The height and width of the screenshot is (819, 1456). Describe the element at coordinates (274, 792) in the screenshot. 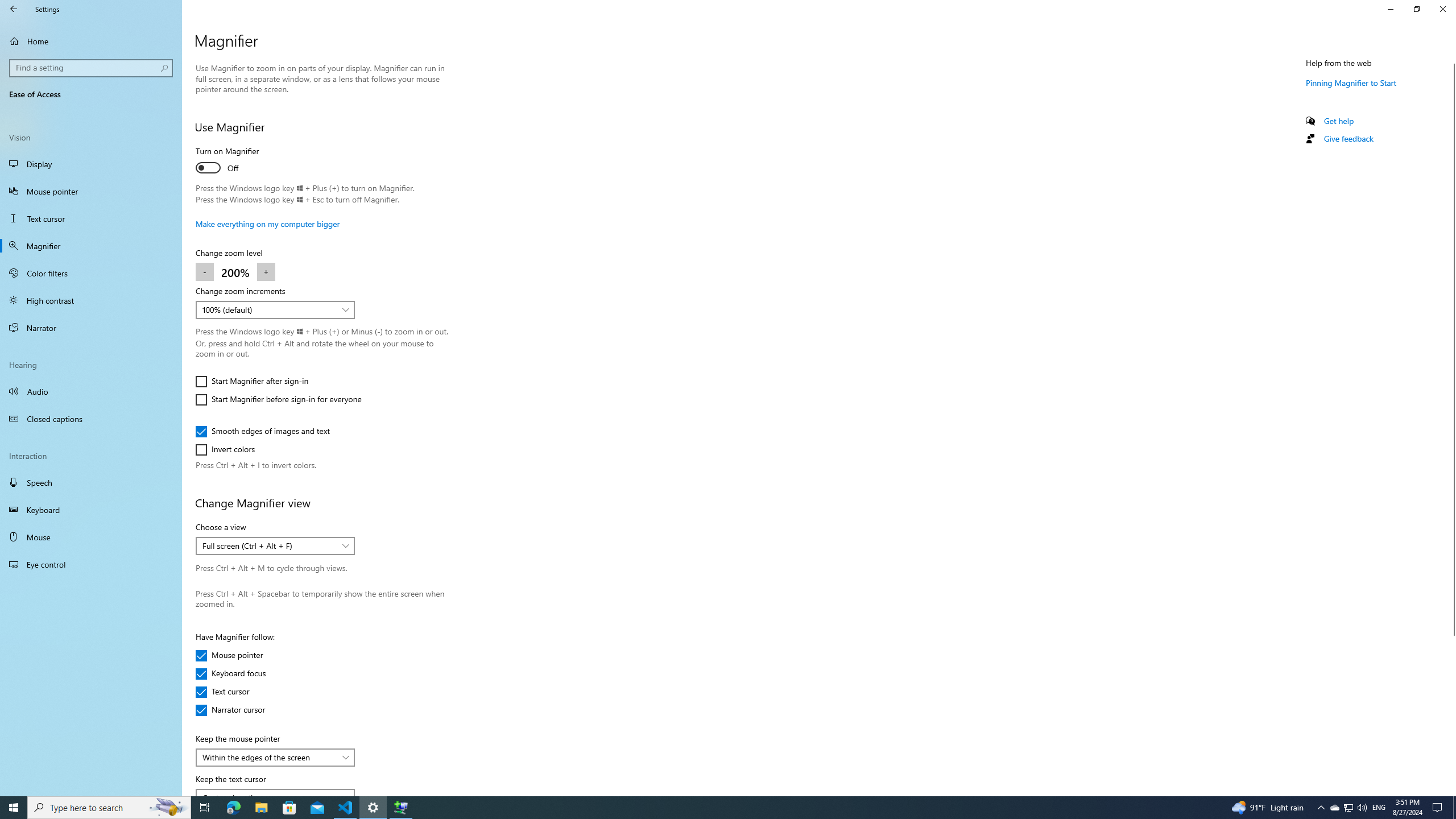

I see `'Keep the text cursor'` at that location.